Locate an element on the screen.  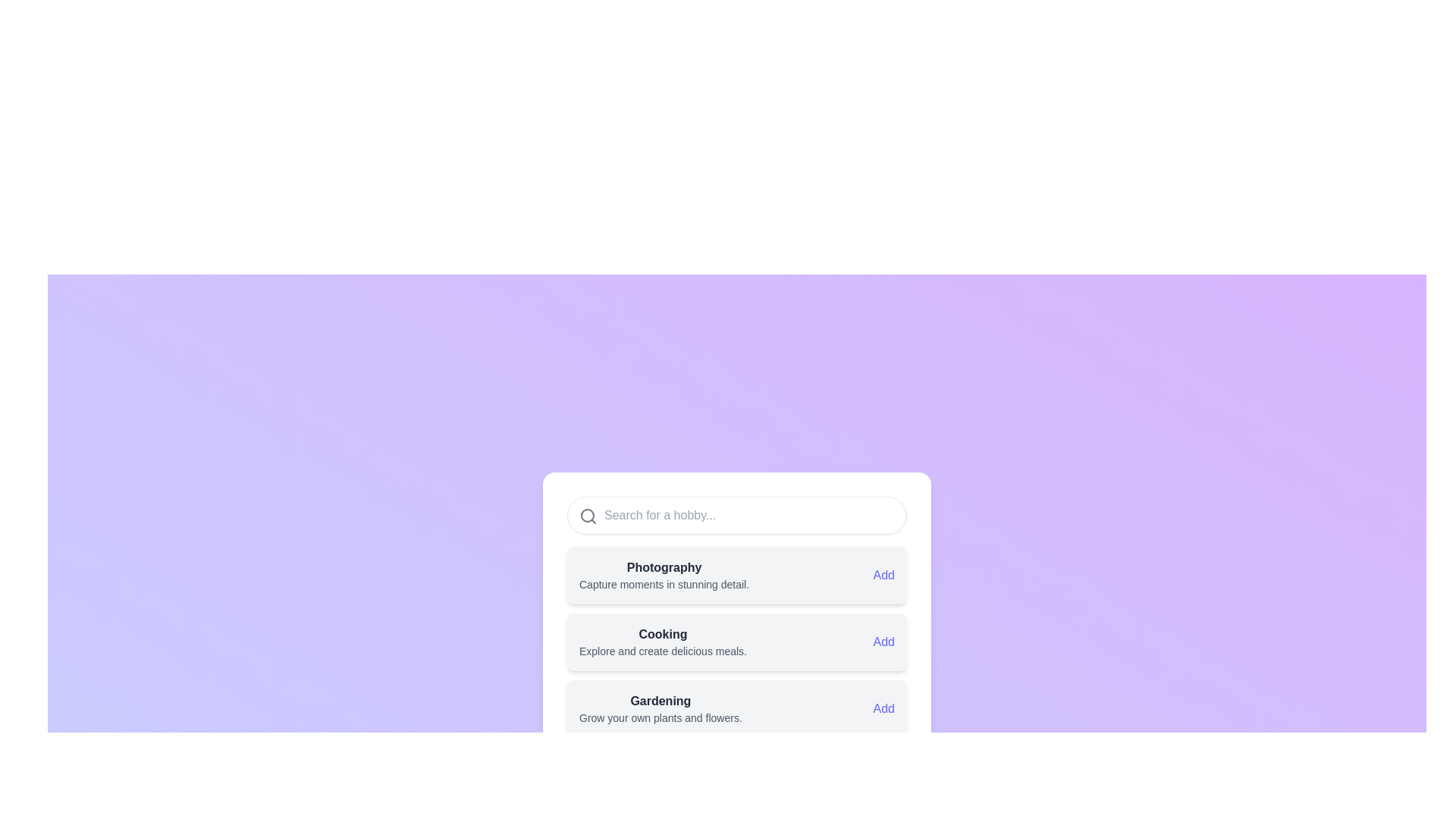
the text label that provides a brief description of a gardening-related hobby, located in the third card of the vertically stacked list of hobby options is located at coordinates (661, 708).